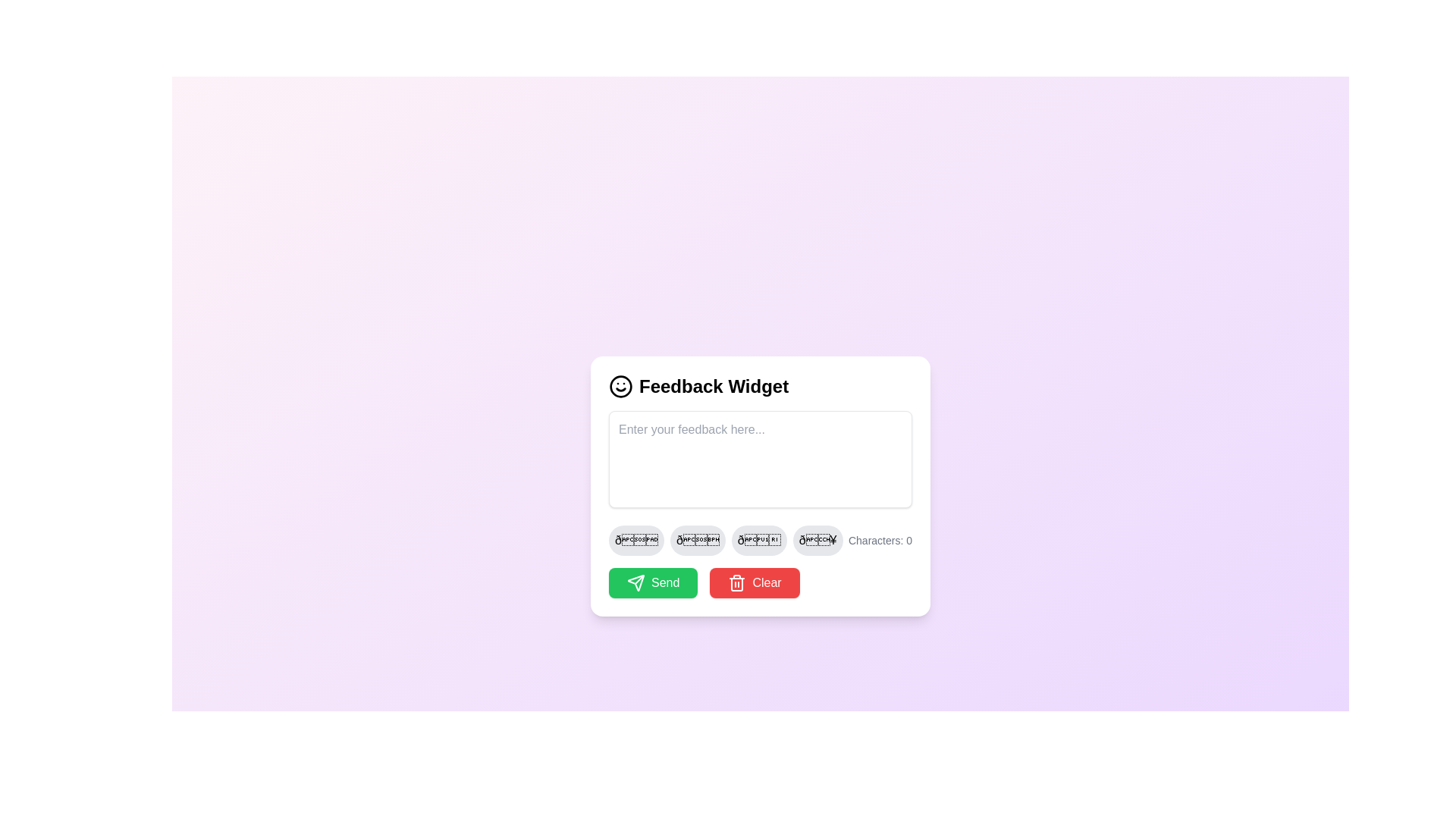 The height and width of the screenshot is (819, 1456). Describe the element at coordinates (817, 539) in the screenshot. I see `the circular button with a light-gray background and a fire emoji at the bottom center of the feedback widget interface` at that location.